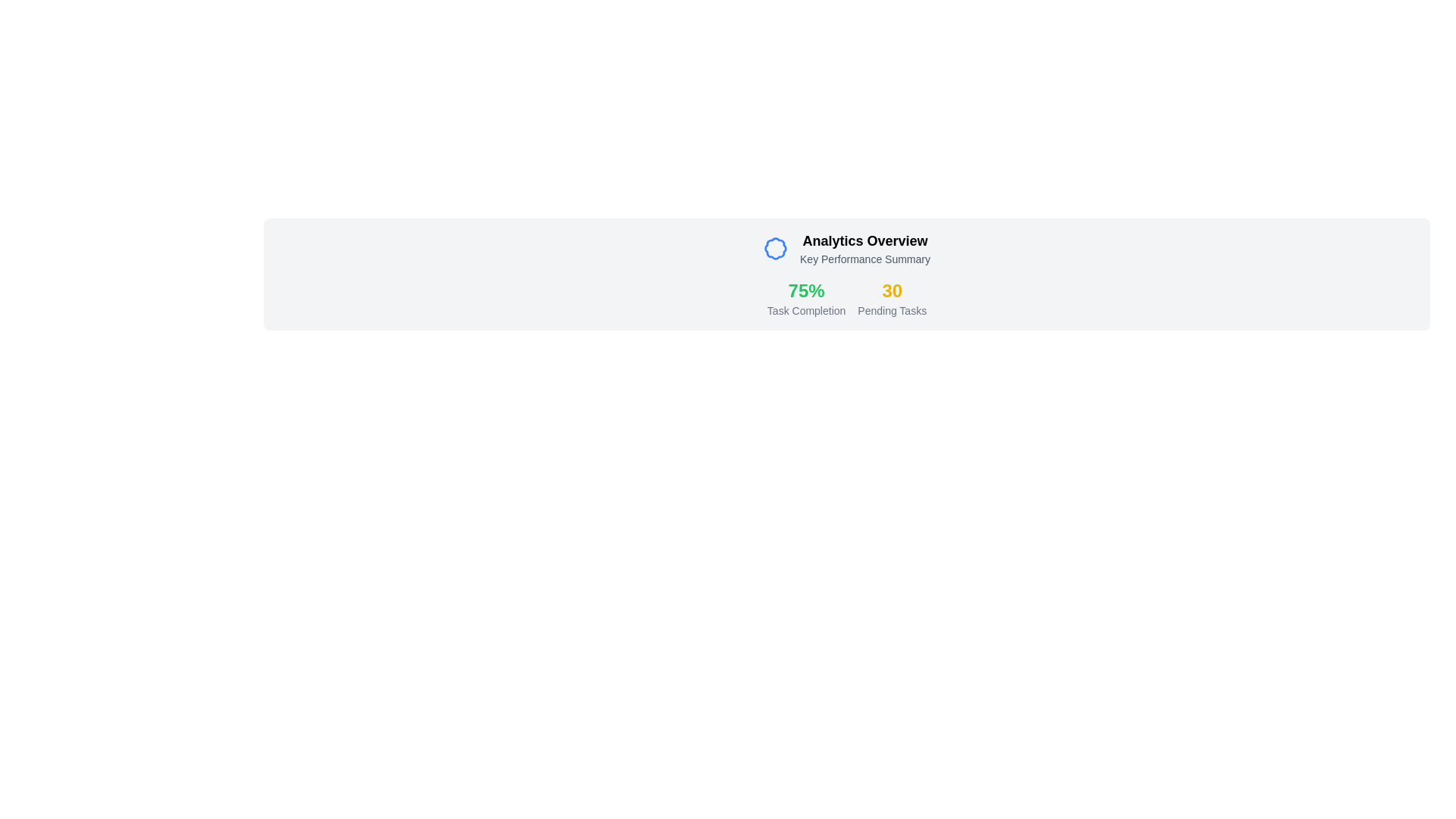 The image size is (1456, 819). What do you see at coordinates (775, 247) in the screenshot?
I see `the decorative Vector graphic icon located to the left of the text 'Analytics Overview'` at bounding box center [775, 247].